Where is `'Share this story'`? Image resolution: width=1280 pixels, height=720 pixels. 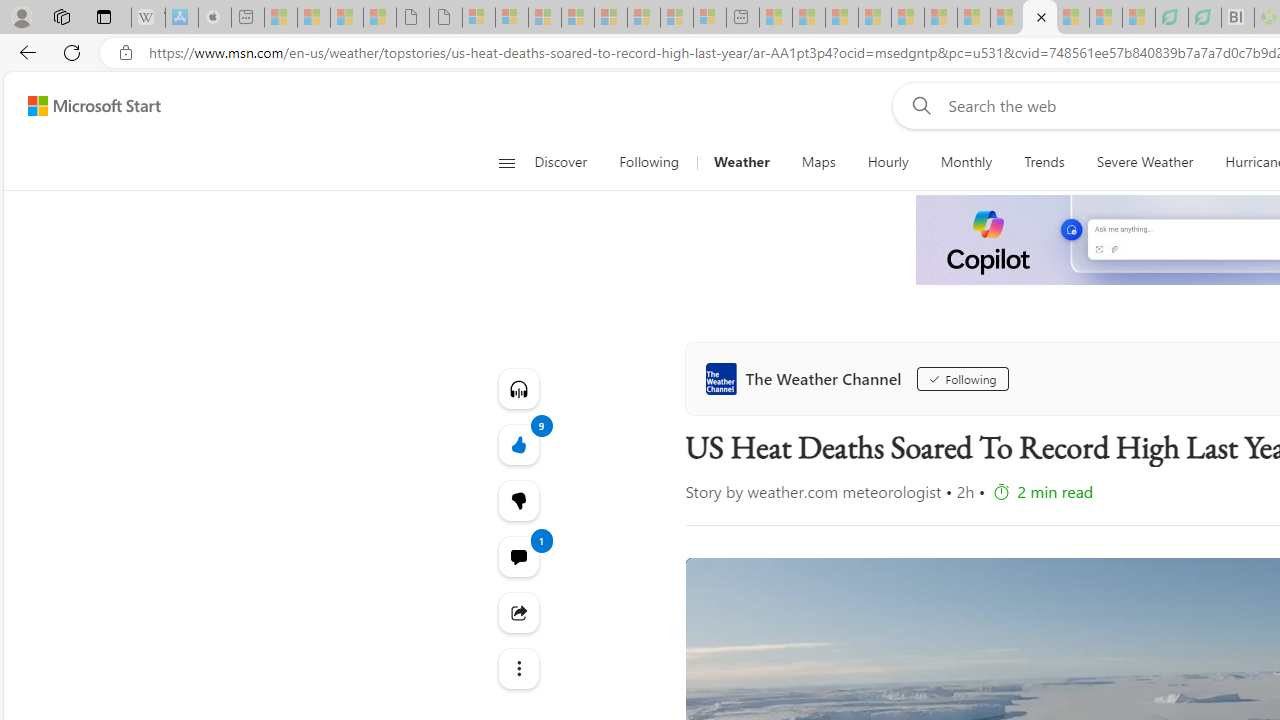 'Share this story' is located at coordinates (518, 612).